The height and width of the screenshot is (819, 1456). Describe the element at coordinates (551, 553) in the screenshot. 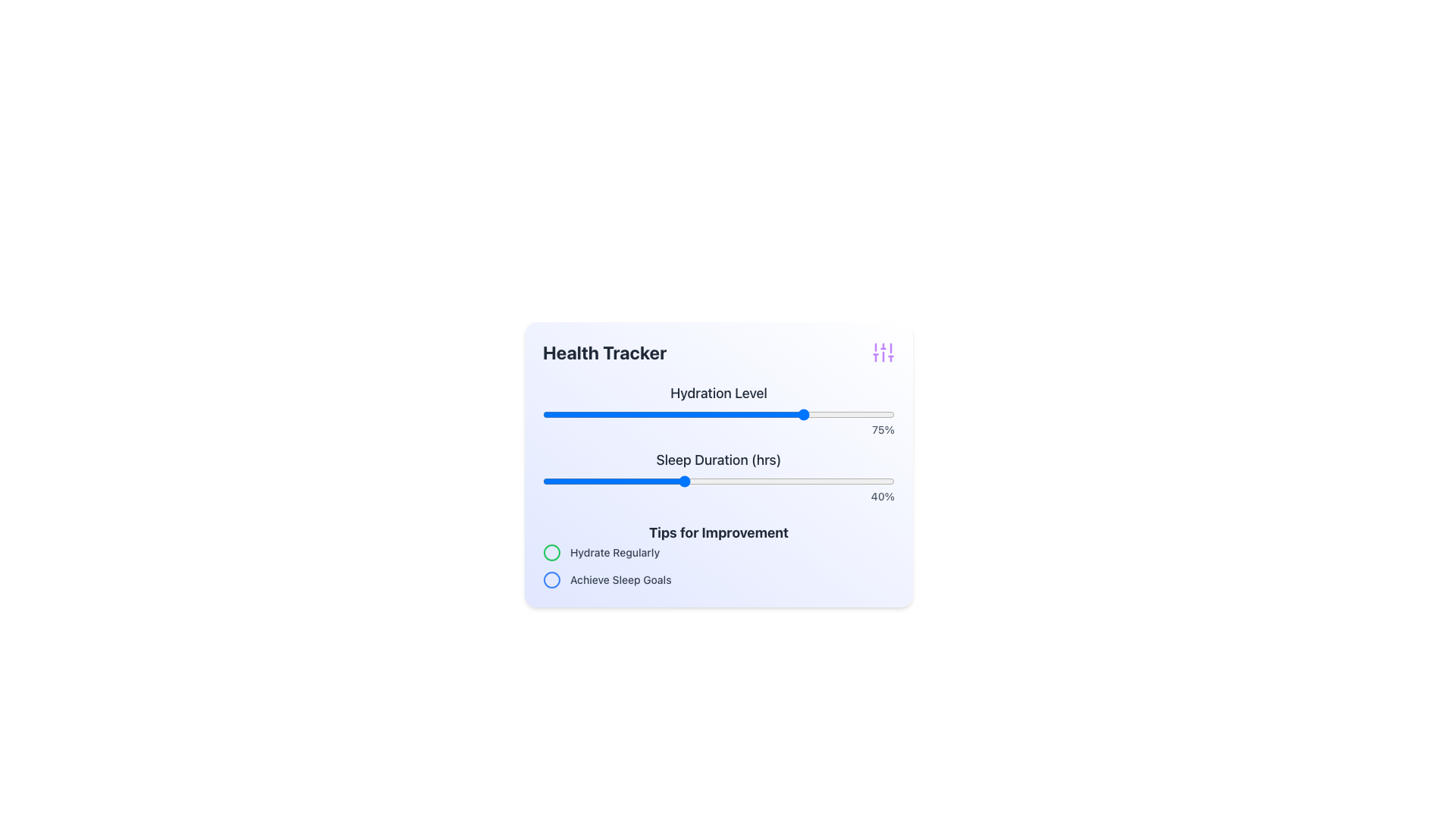

I see `the Circular Decorative Indicator with a green outline located near the 'Hydrate Regularly' label in the 'Tips for Improvement' section` at that location.